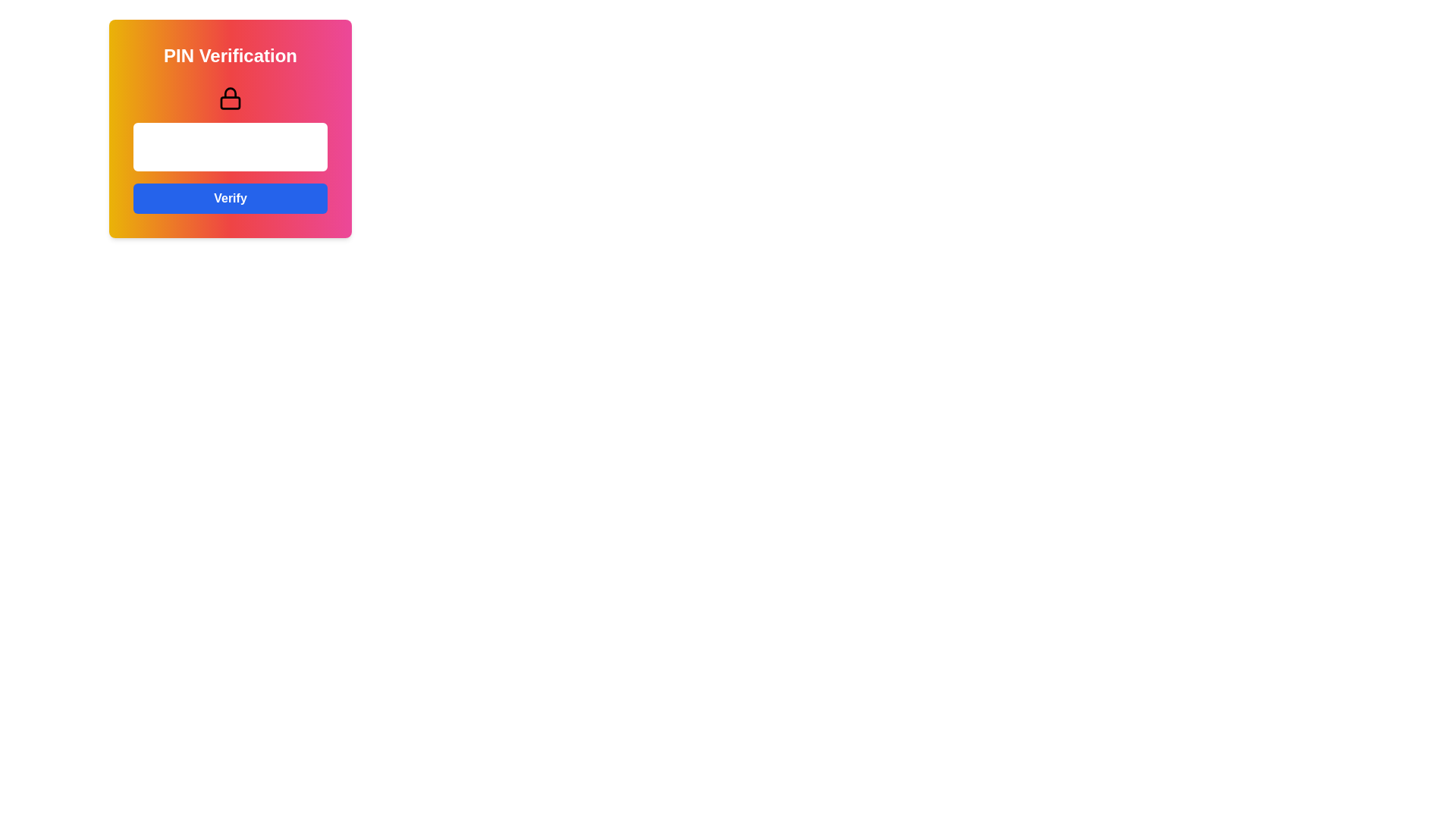  What do you see at coordinates (229, 198) in the screenshot?
I see `the 'Verify' button, which is a rectangular button with bold white text on a blue background located at the bottom of the card layout` at bounding box center [229, 198].